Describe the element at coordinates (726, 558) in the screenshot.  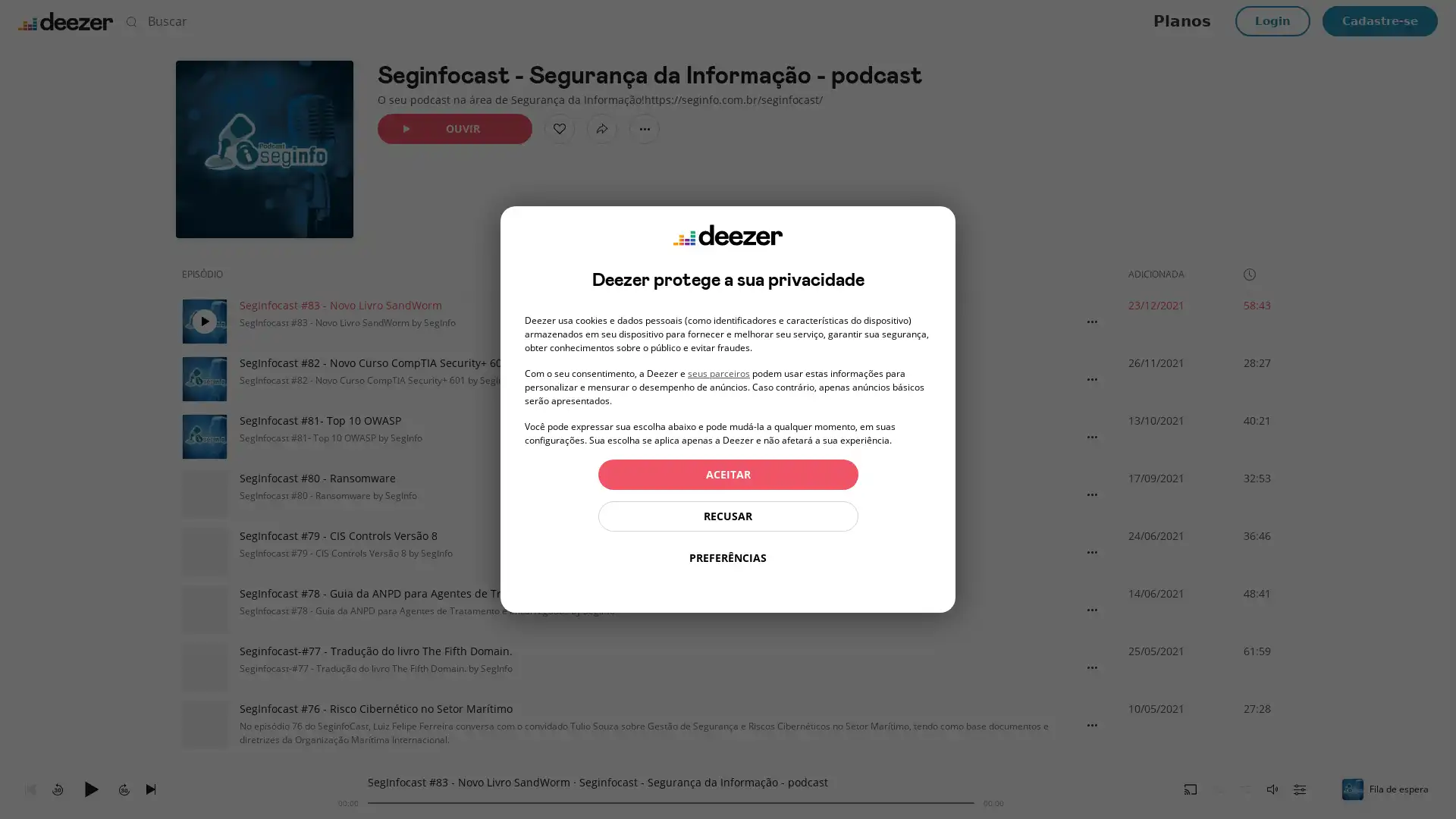
I see `PREFERENCIAS` at that location.